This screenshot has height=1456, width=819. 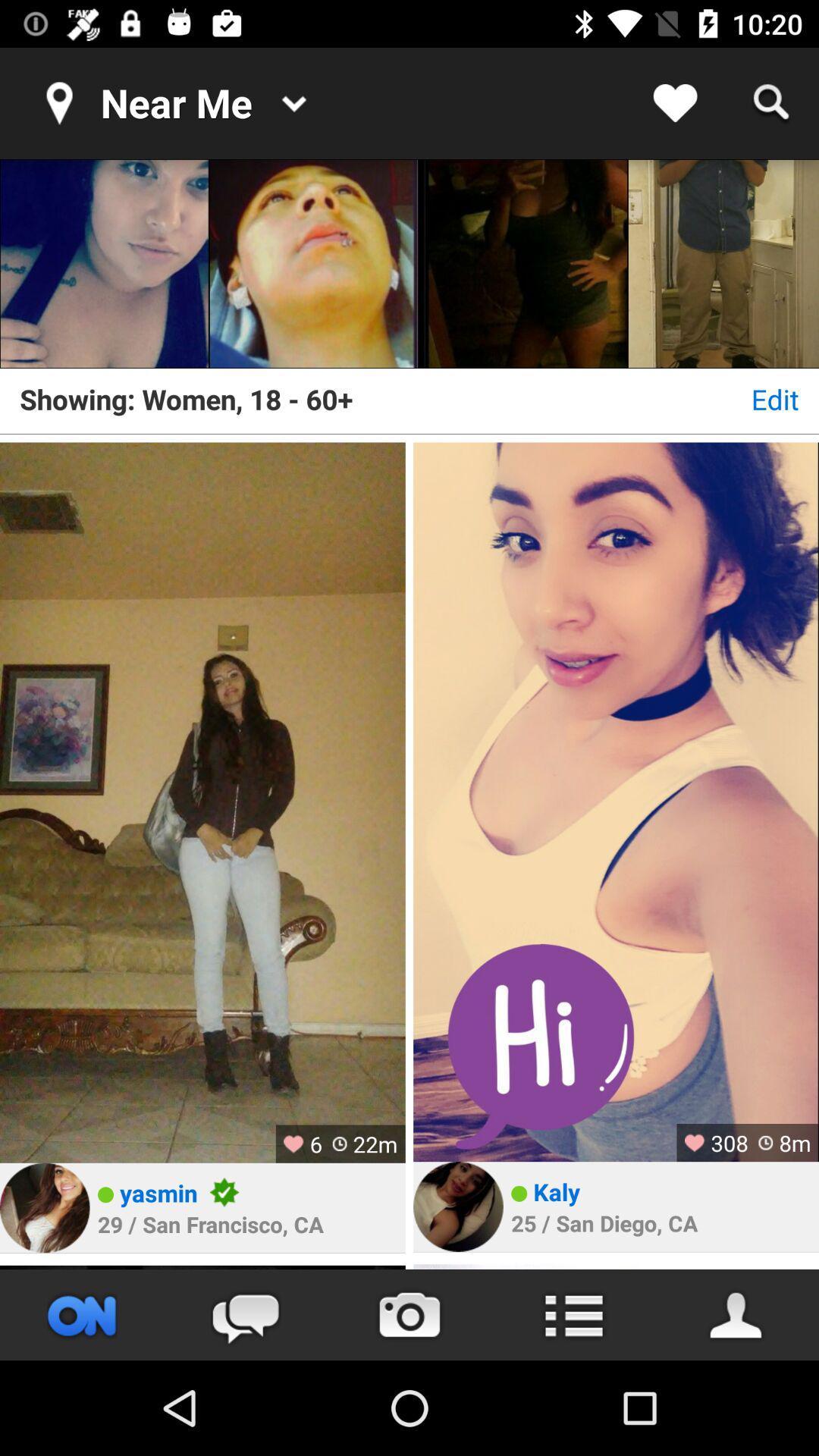 What do you see at coordinates (457, 1206) in the screenshot?
I see `avatar` at bounding box center [457, 1206].